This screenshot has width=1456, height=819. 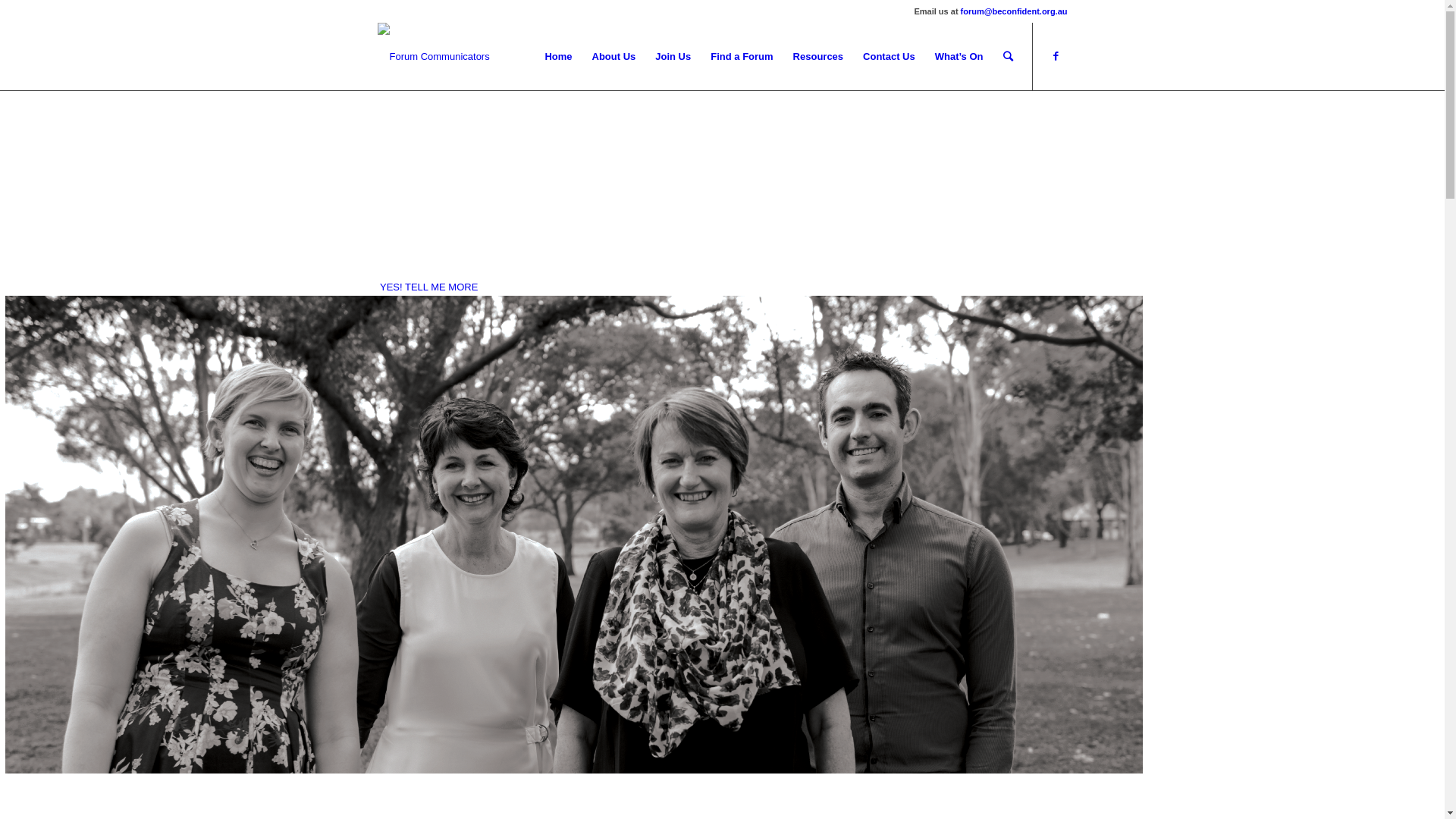 I want to click on 'forum@beconfident.org.au', so click(x=1014, y=11).